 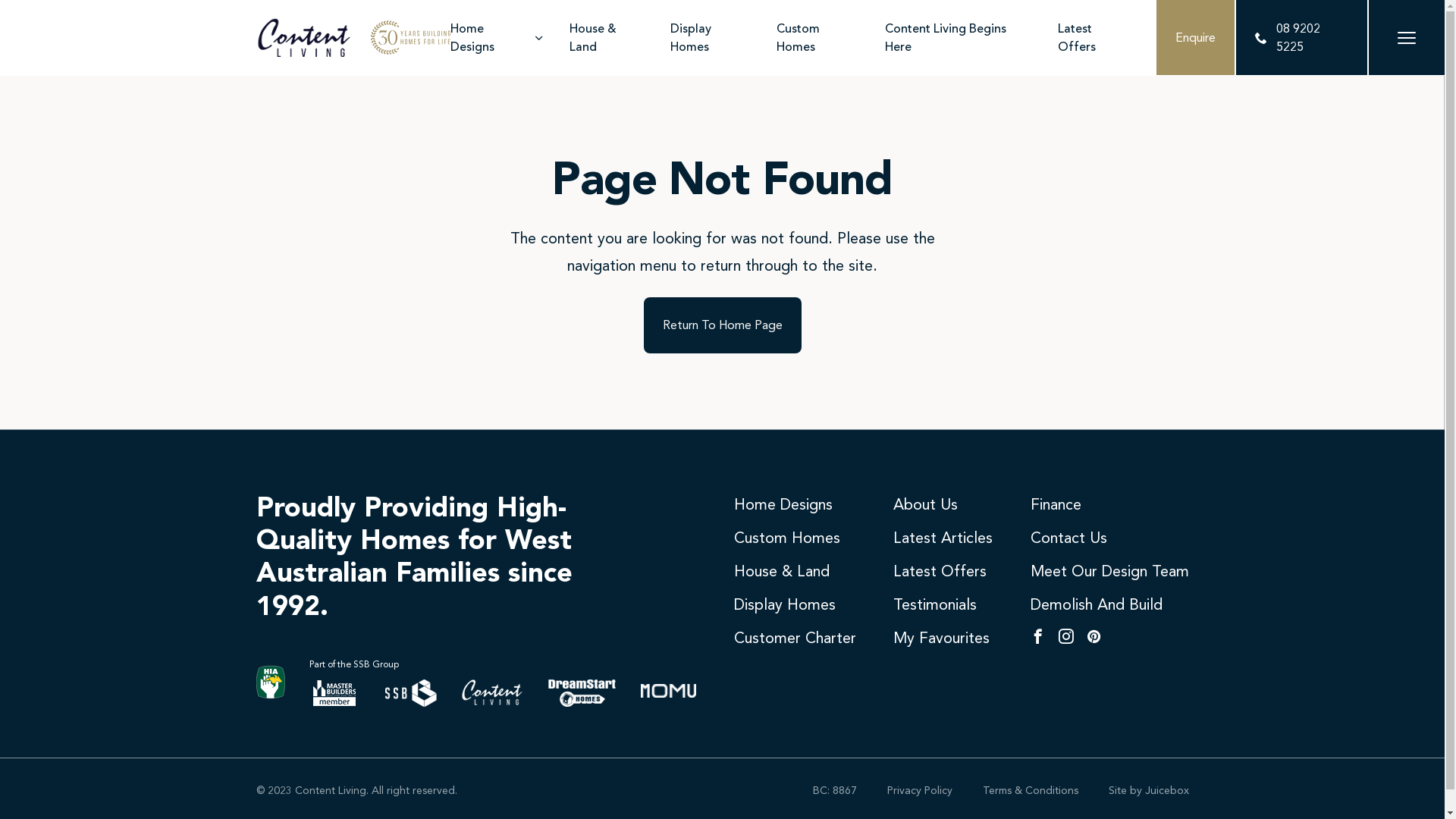 I want to click on 'Display Homes', so click(x=710, y=37).